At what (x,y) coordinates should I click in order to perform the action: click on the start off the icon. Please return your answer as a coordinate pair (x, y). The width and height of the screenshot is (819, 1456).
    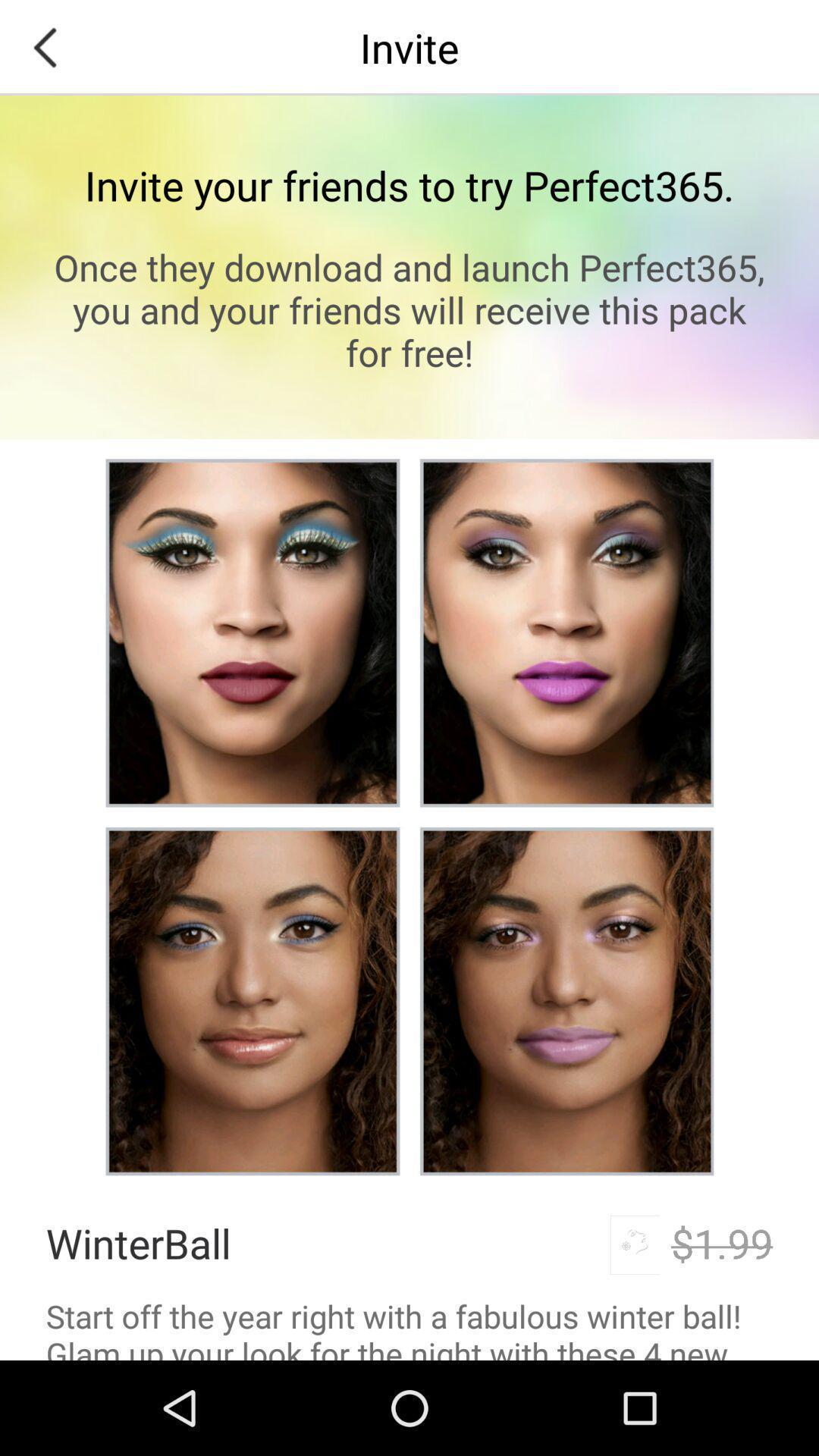
    Looking at the image, I should click on (409, 1326).